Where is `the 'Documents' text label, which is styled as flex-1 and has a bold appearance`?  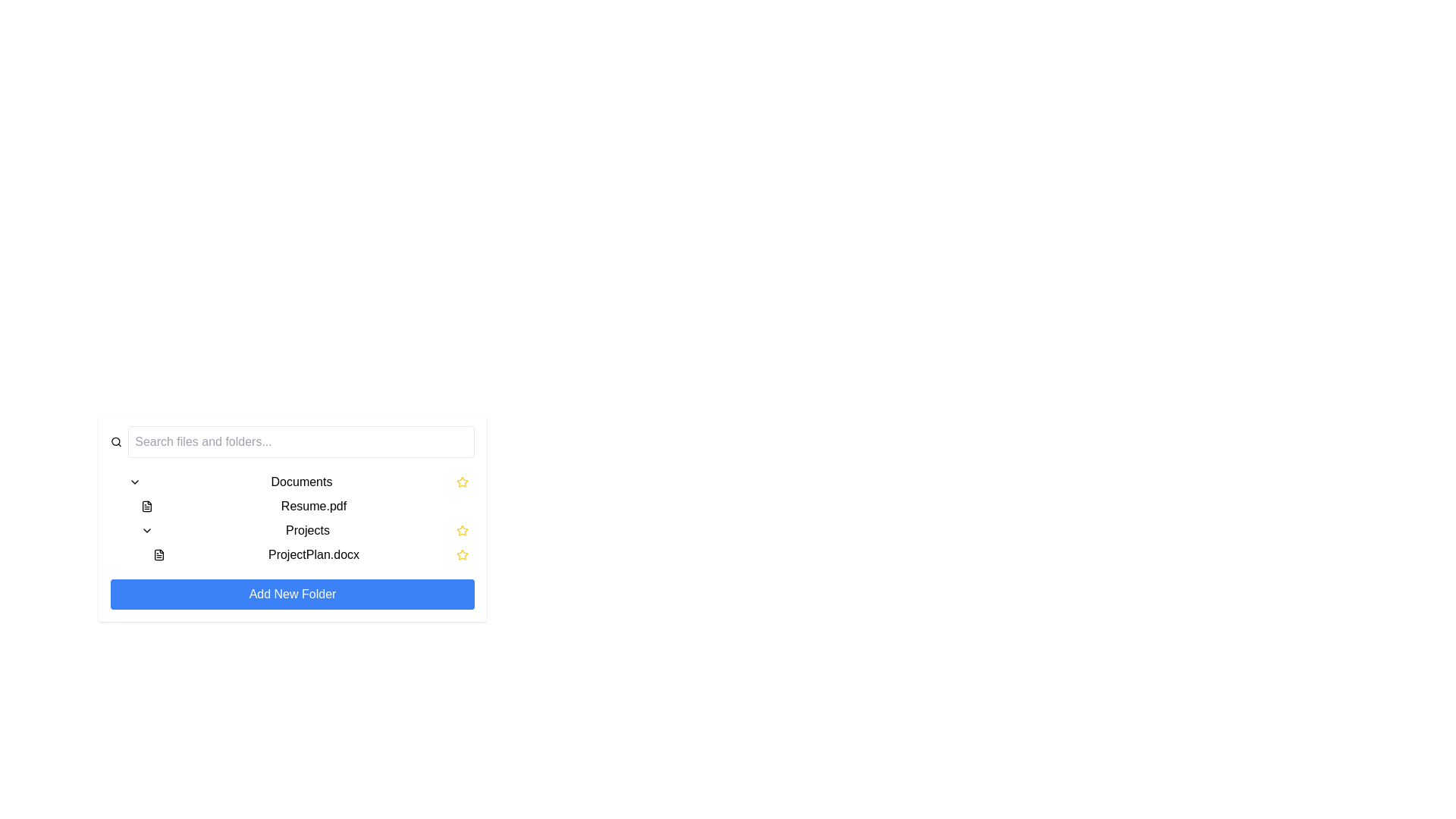 the 'Documents' text label, which is styled as flex-1 and has a bold appearance is located at coordinates (302, 482).